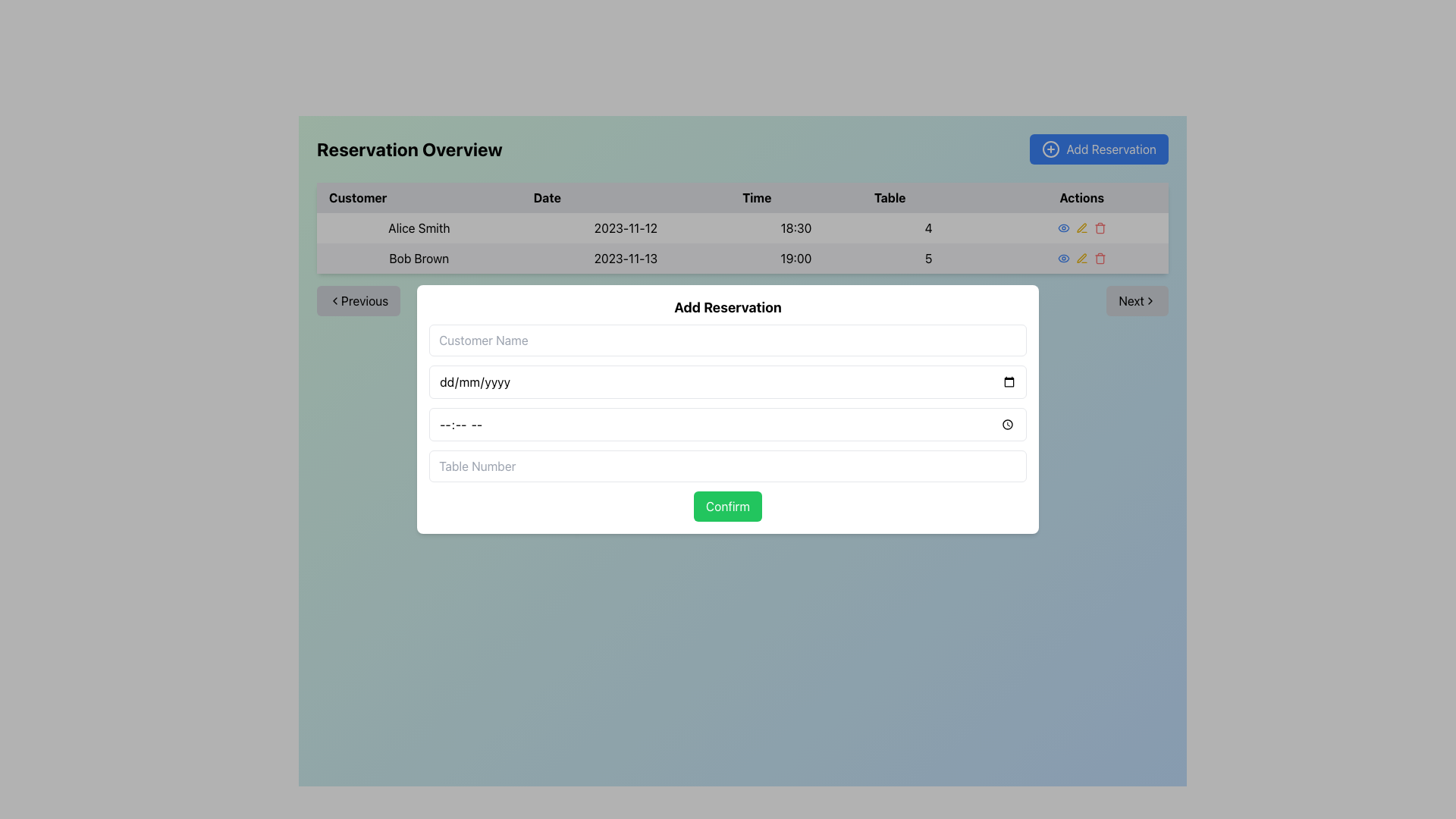  Describe the element at coordinates (1050, 149) in the screenshot. I see `the decorative circular icon with a central plus symbol, located to the left of the 'Add Reservation' text in the blue button at the top-right corner of the interface` at that location.